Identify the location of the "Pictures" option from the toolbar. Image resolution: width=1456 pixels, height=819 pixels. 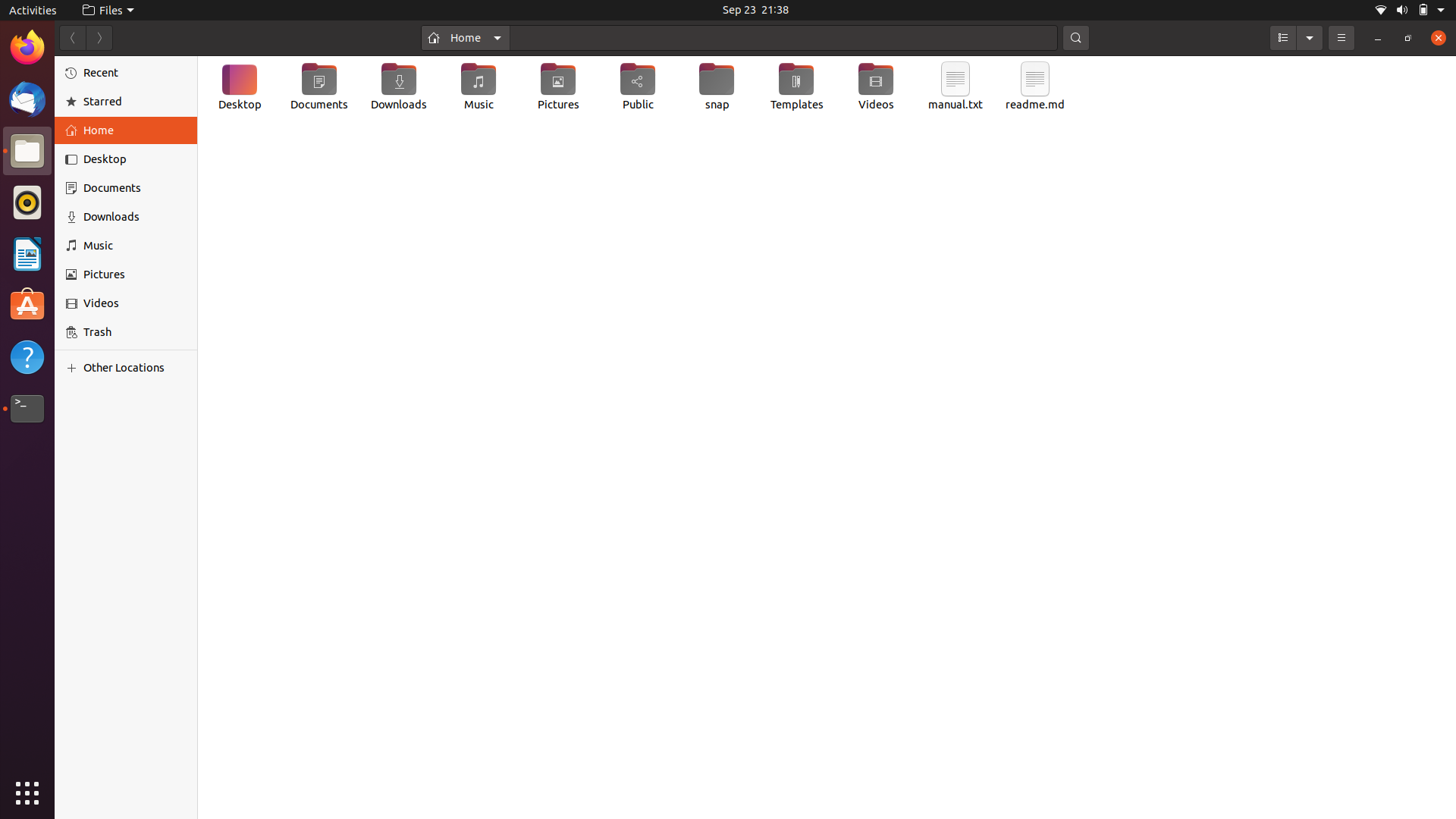
(128, 275).